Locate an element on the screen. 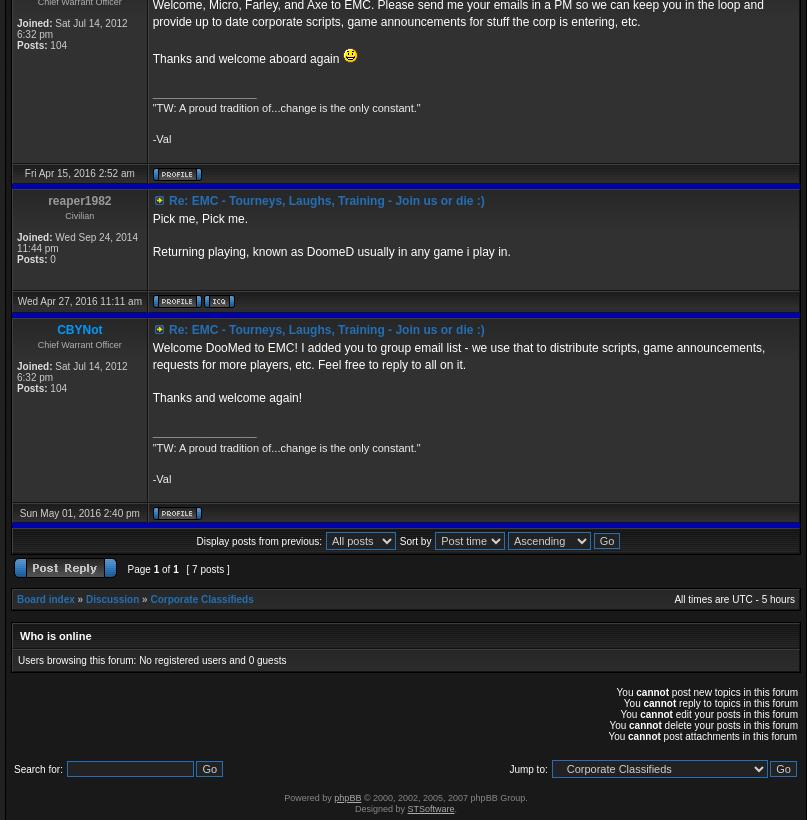 The image size is (807, 820). 'post attachments in this forum' is located at coordinates (659, 735).